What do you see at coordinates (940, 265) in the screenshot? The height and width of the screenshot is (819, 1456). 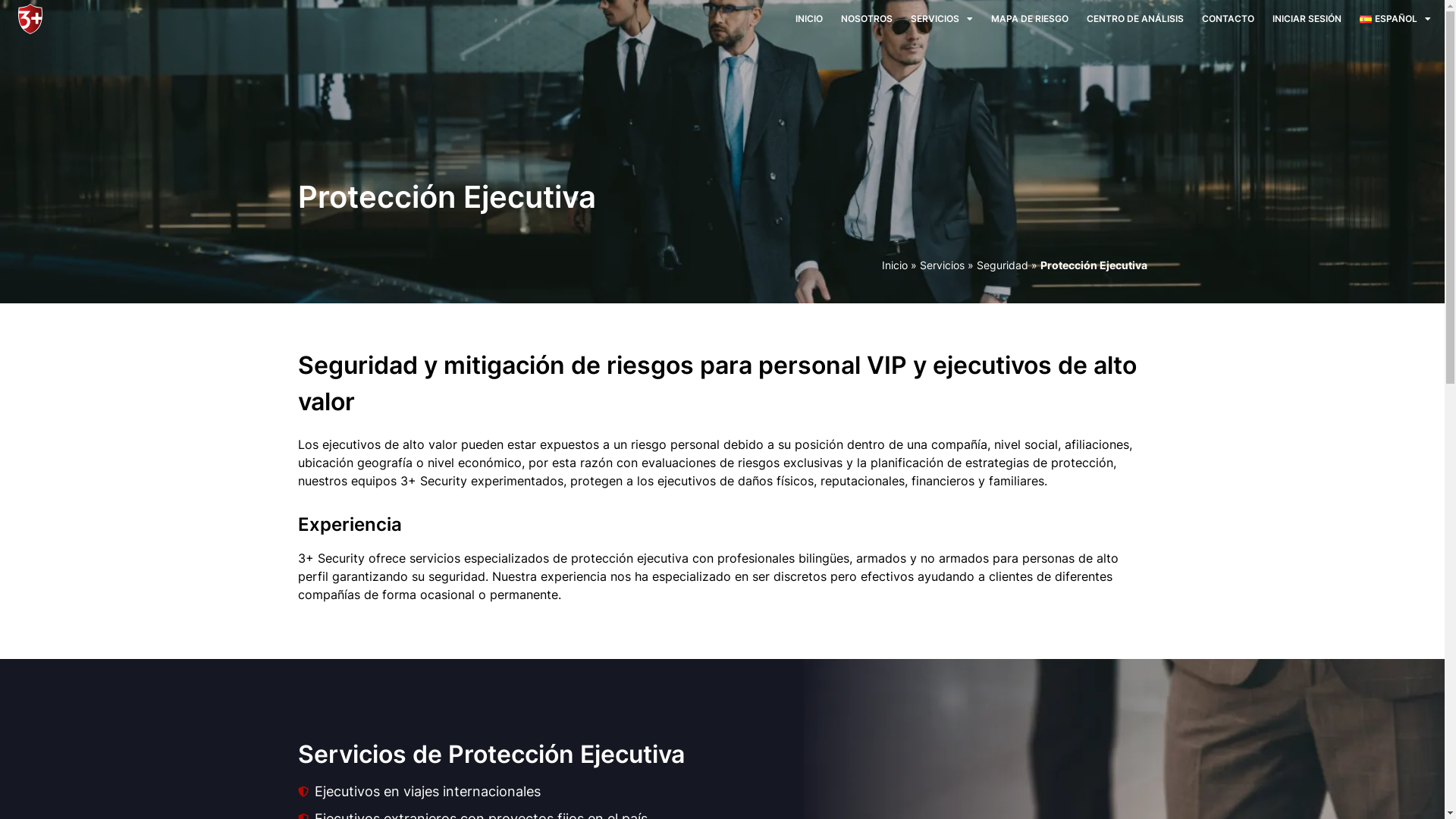 I see `'Servicios'` at bounding box center [940, 265].